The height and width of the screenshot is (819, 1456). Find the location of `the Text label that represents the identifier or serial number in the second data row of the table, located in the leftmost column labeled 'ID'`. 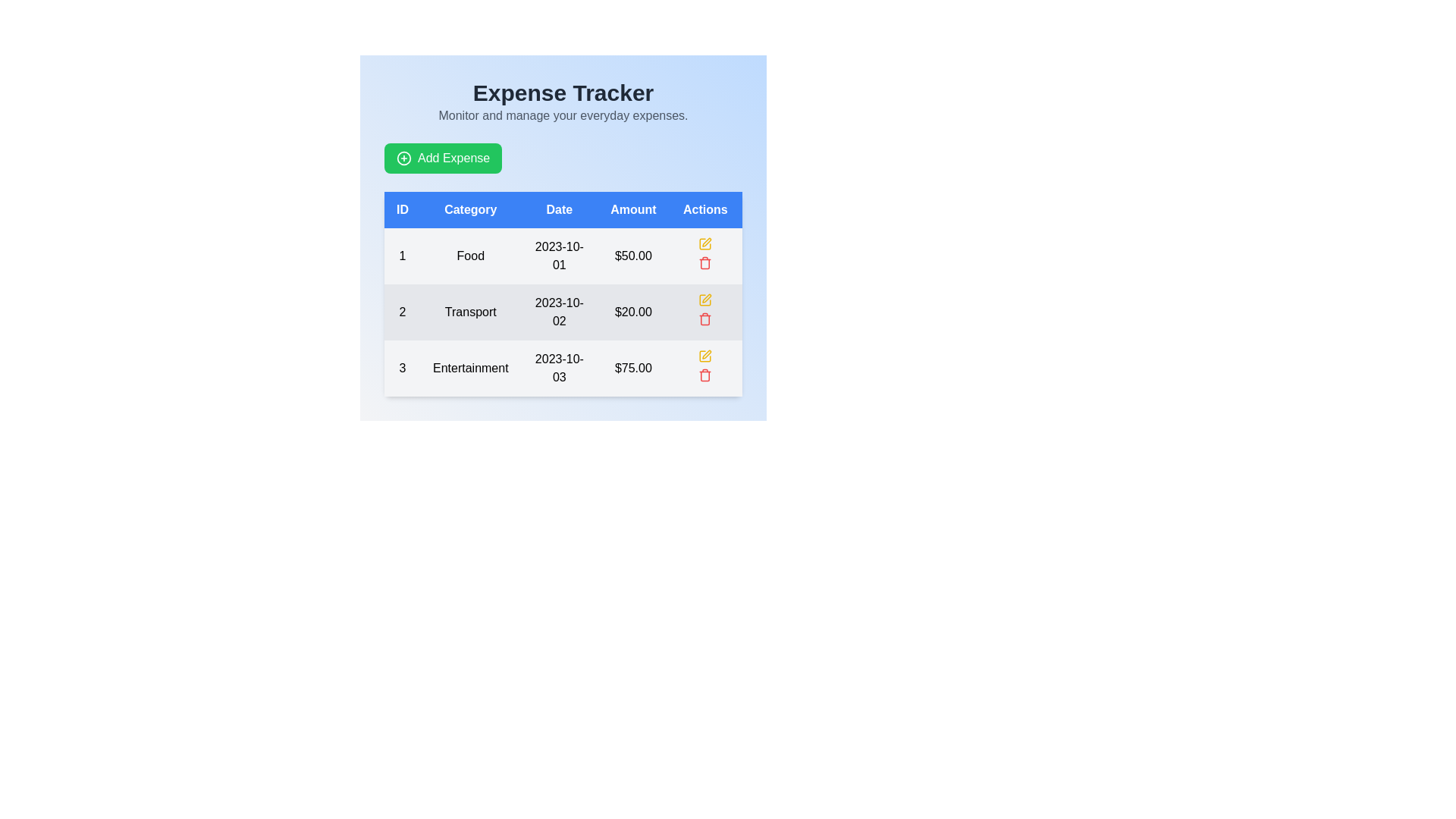

the Text label that represents the identifier or serial number in the second data row of the table, located in the leftmost column labeled 'ID' is located at coordinates (403, 312).